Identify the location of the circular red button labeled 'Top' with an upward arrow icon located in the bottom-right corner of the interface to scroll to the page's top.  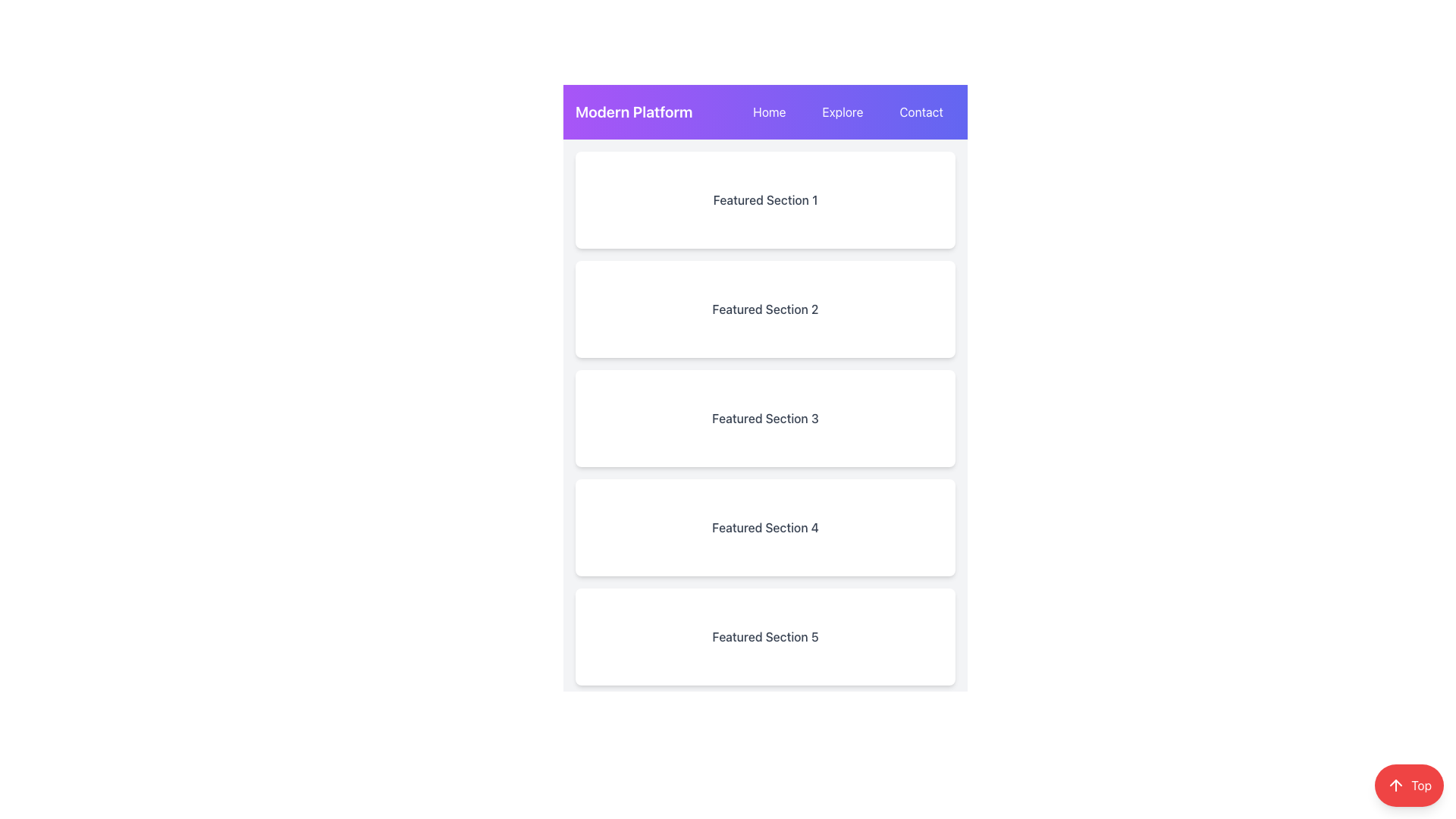
(1408, 785).